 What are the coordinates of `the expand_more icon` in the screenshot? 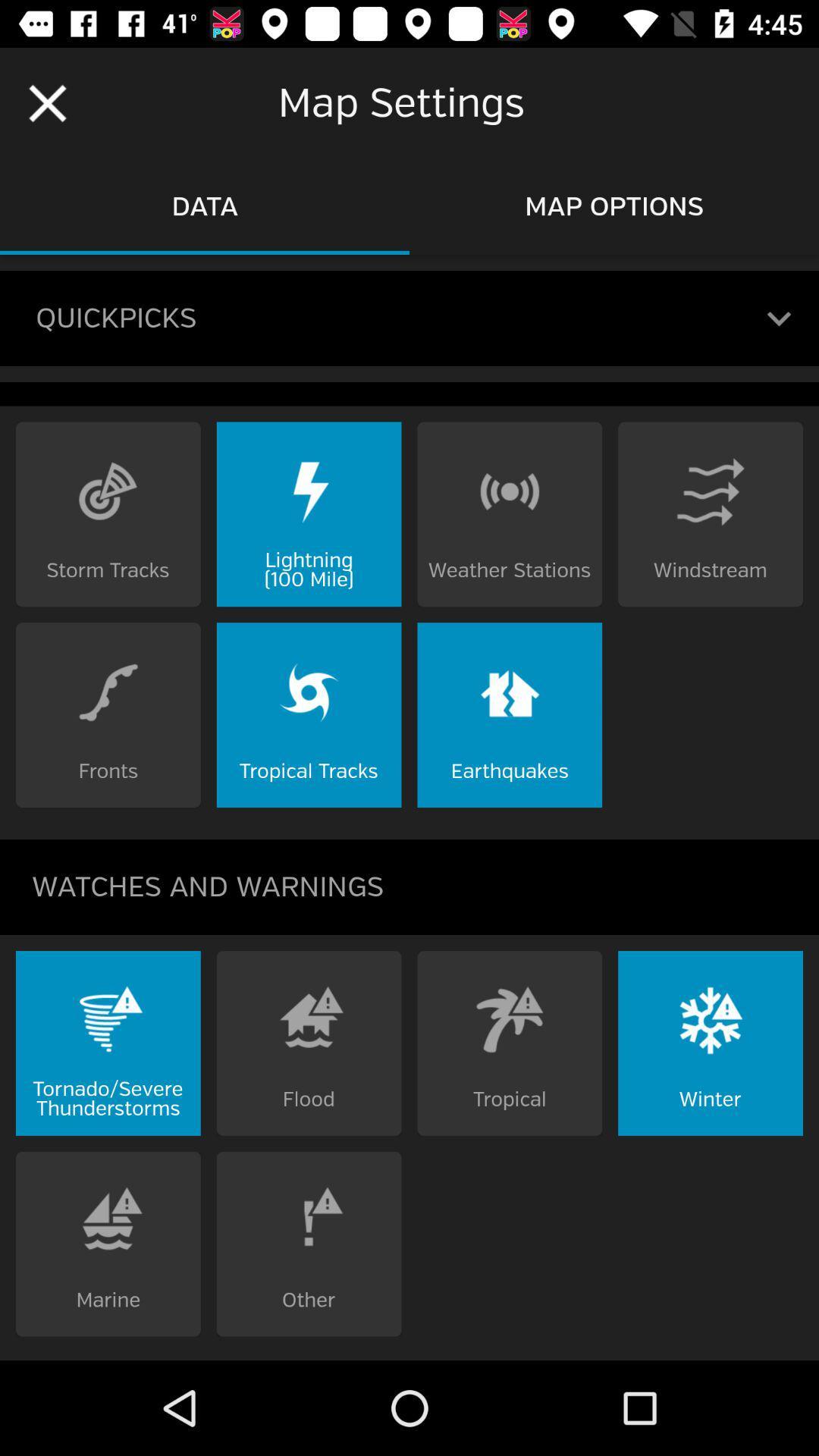 It's located at (779, 318).